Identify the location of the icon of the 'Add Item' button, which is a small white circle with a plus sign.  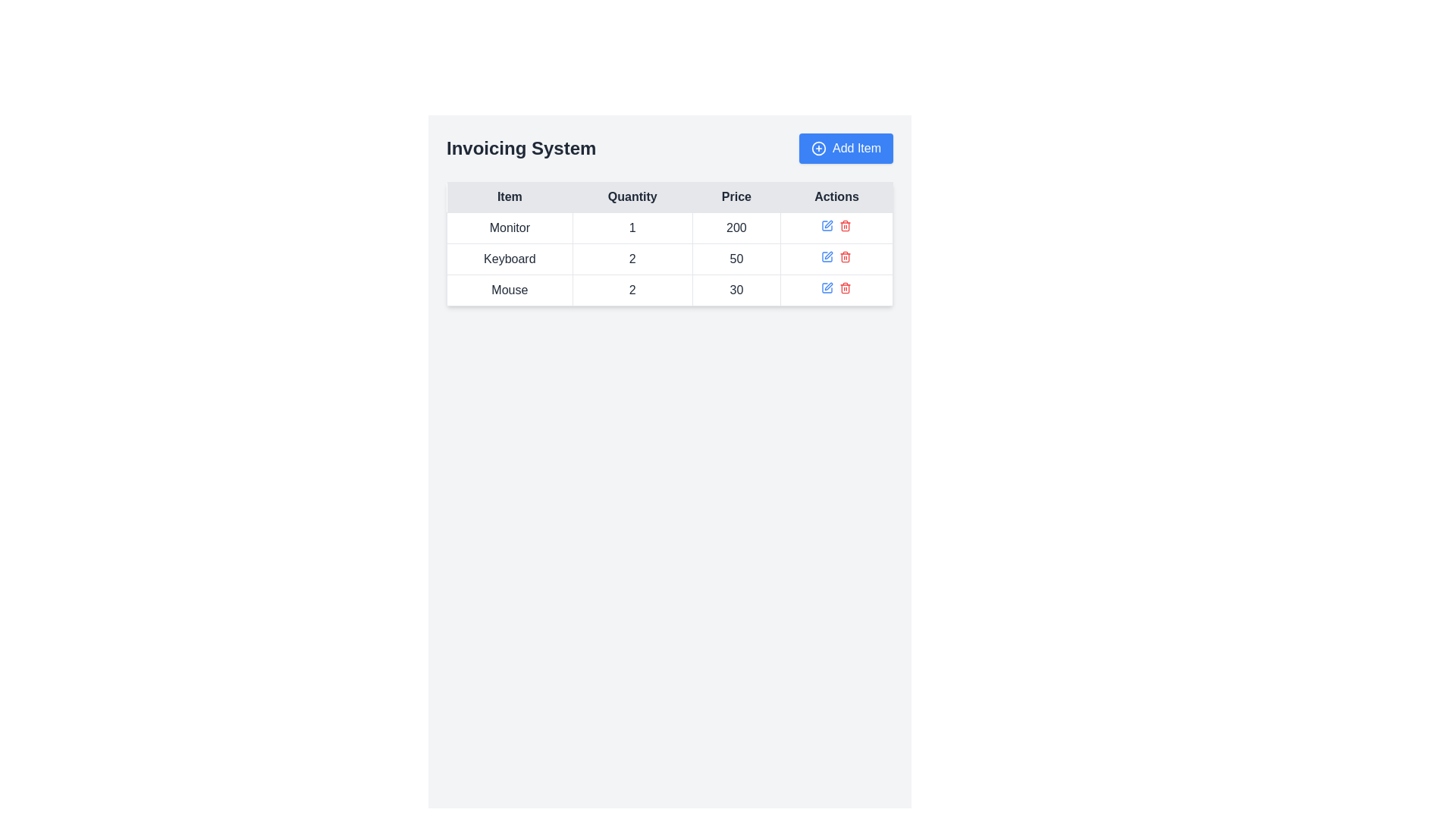
(818, 149).